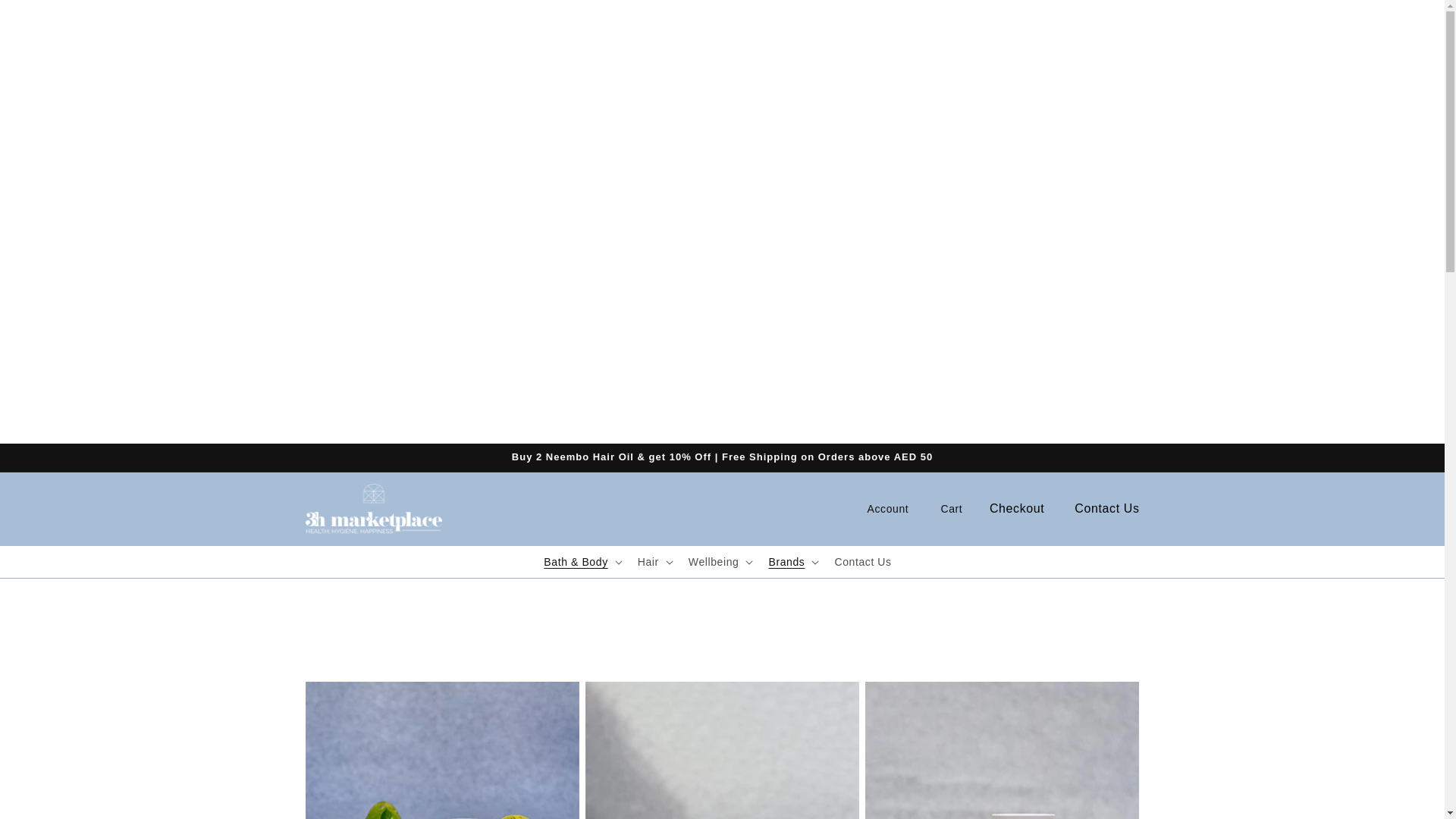 The height and width of the screenshot is (819, 1456). What do you see at coordinates (1106, 509) in the screenshot?
I see `'Contact Us'` at bounding box center [1106, 509].